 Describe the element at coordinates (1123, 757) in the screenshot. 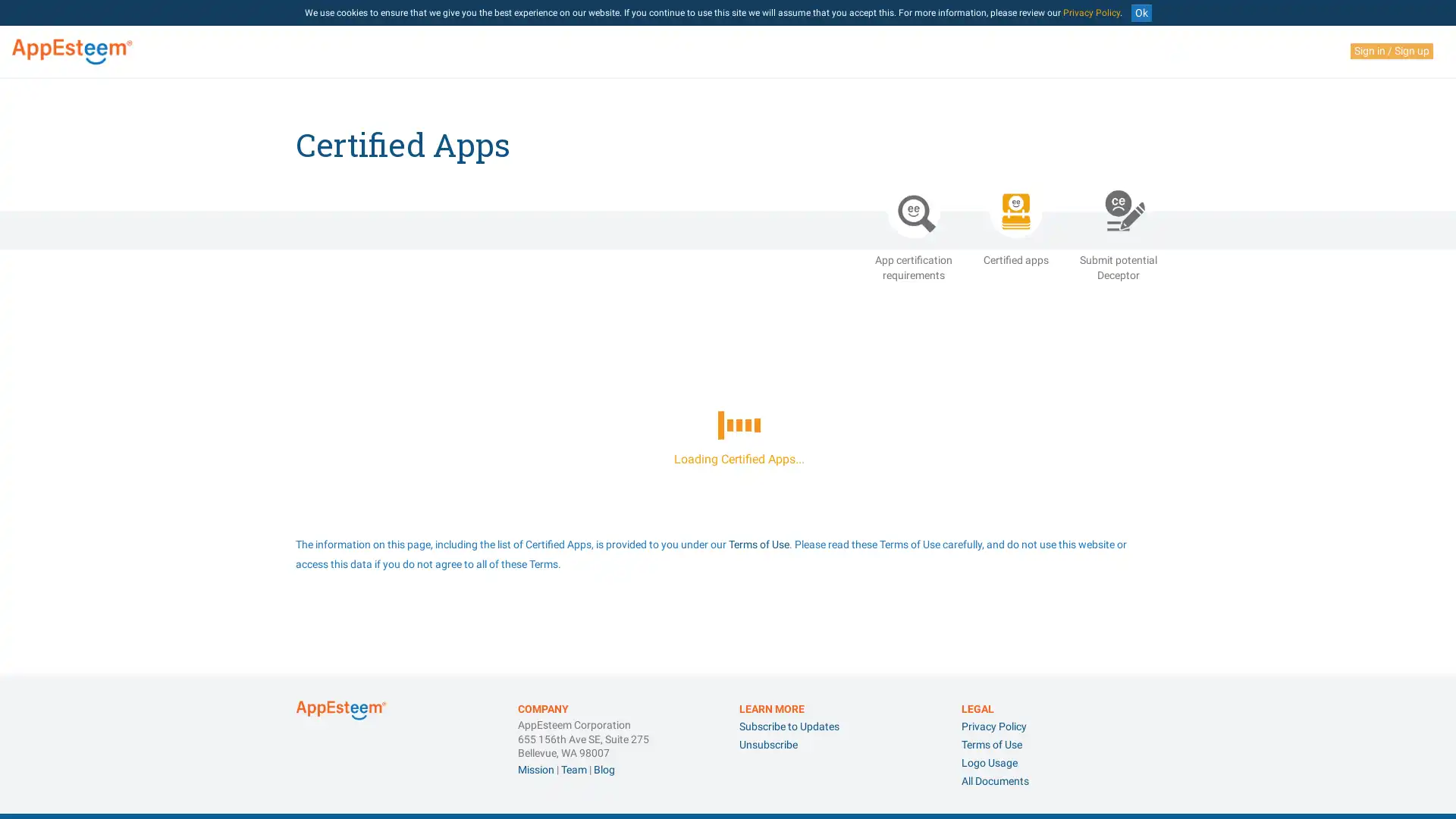

I see `Next` at that location.